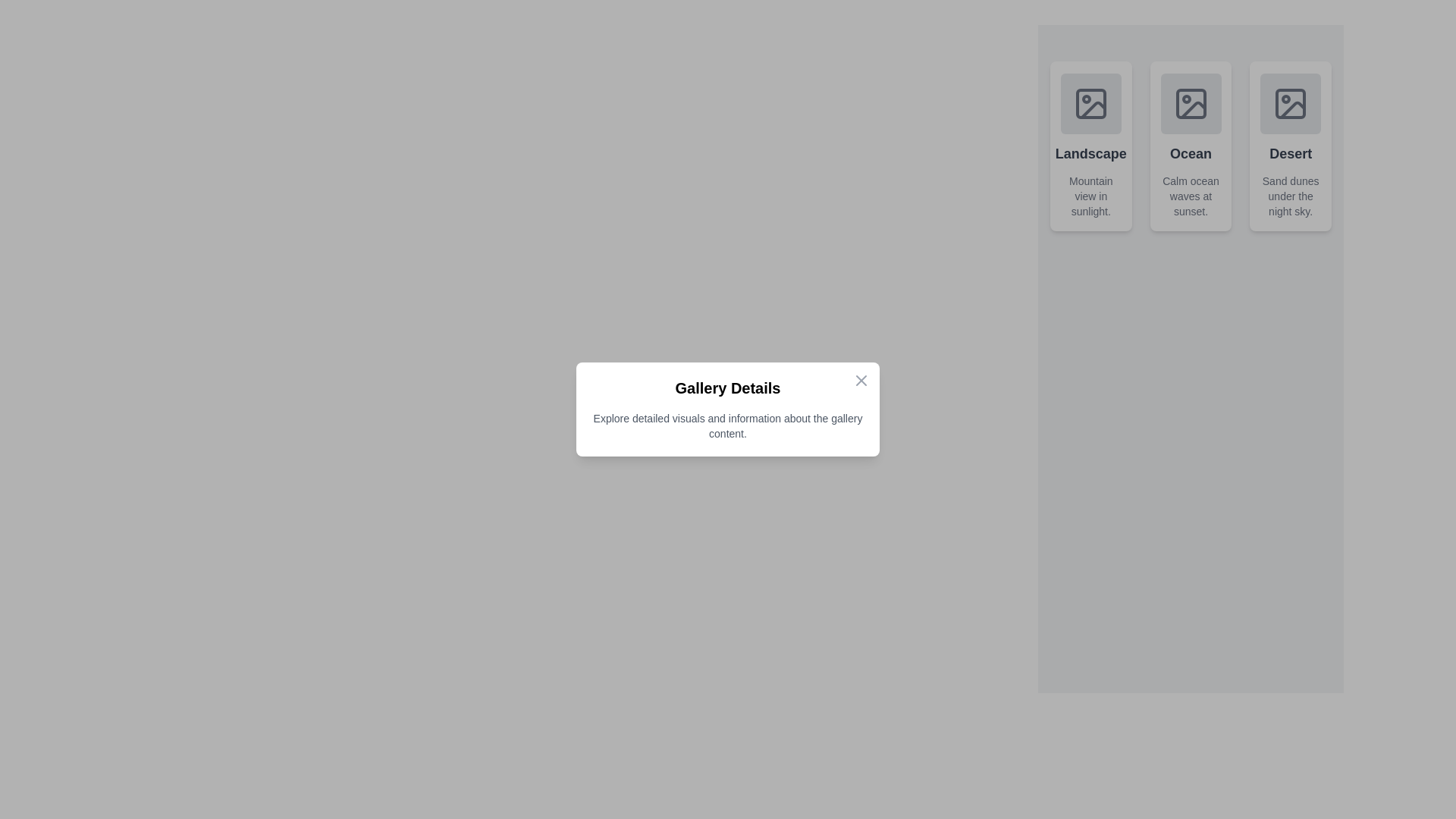  What do you see at coordinates (1090, 103) in the screenshot?
I see `the square-shaped icon subcomponent within the 'Landscape' card located at the top region of the first card in a row of three cards` at bounding box center [1090, 103].